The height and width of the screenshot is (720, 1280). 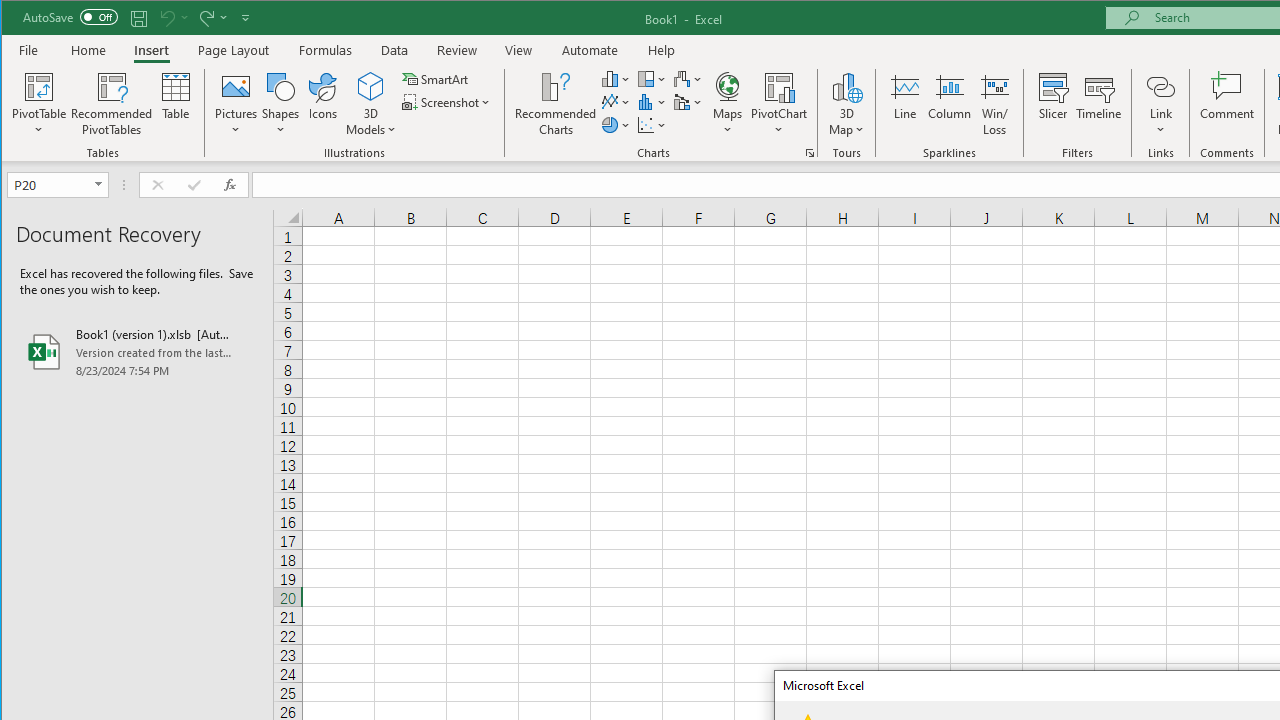 I want to click on 'Screenshot', so click(x=447, y=102).